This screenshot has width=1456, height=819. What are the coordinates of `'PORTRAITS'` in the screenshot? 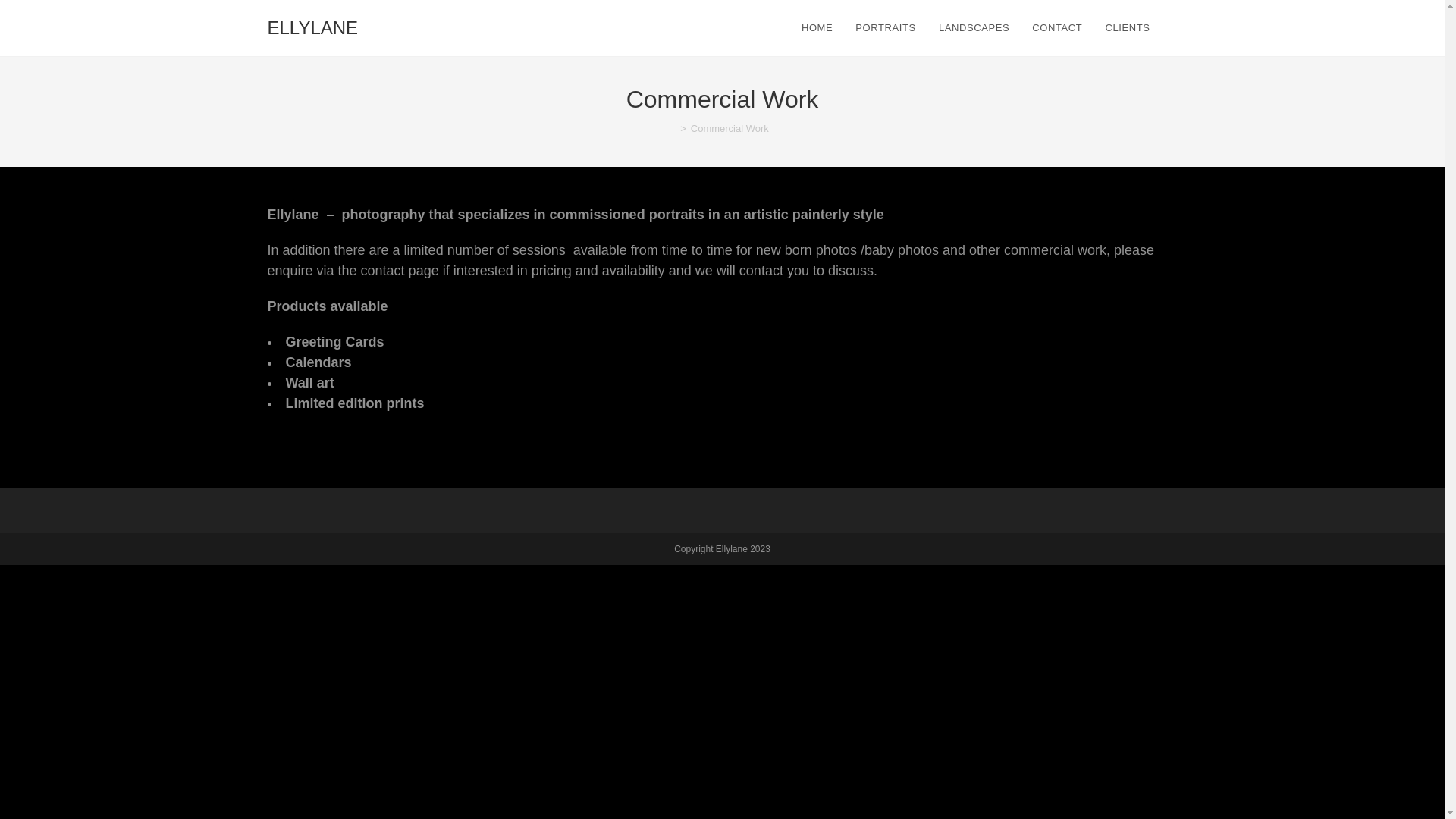 It's located at (885, 28).